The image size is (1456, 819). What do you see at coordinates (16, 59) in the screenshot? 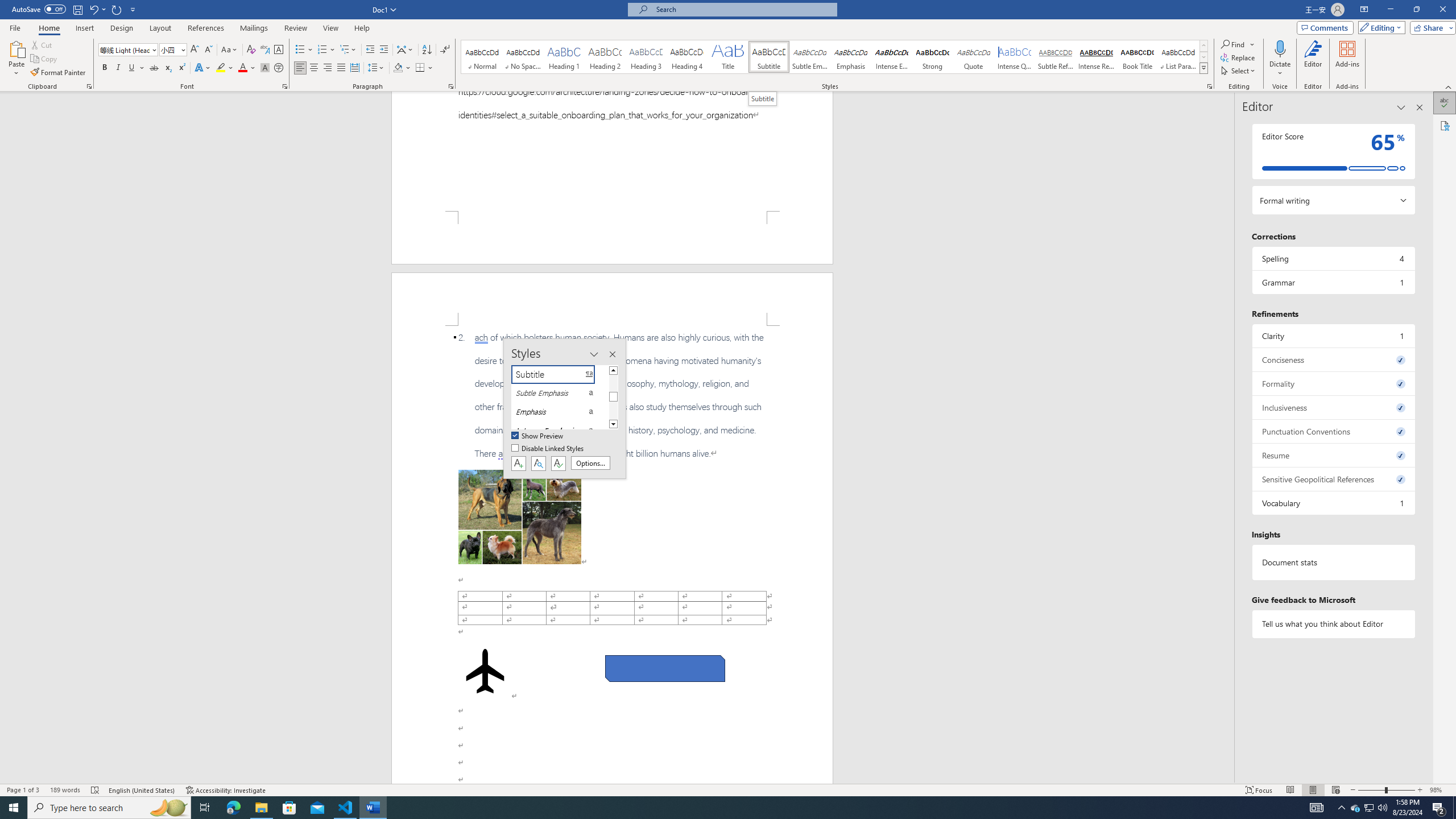
I see `'Paste'` at bounding box center [16, 59].